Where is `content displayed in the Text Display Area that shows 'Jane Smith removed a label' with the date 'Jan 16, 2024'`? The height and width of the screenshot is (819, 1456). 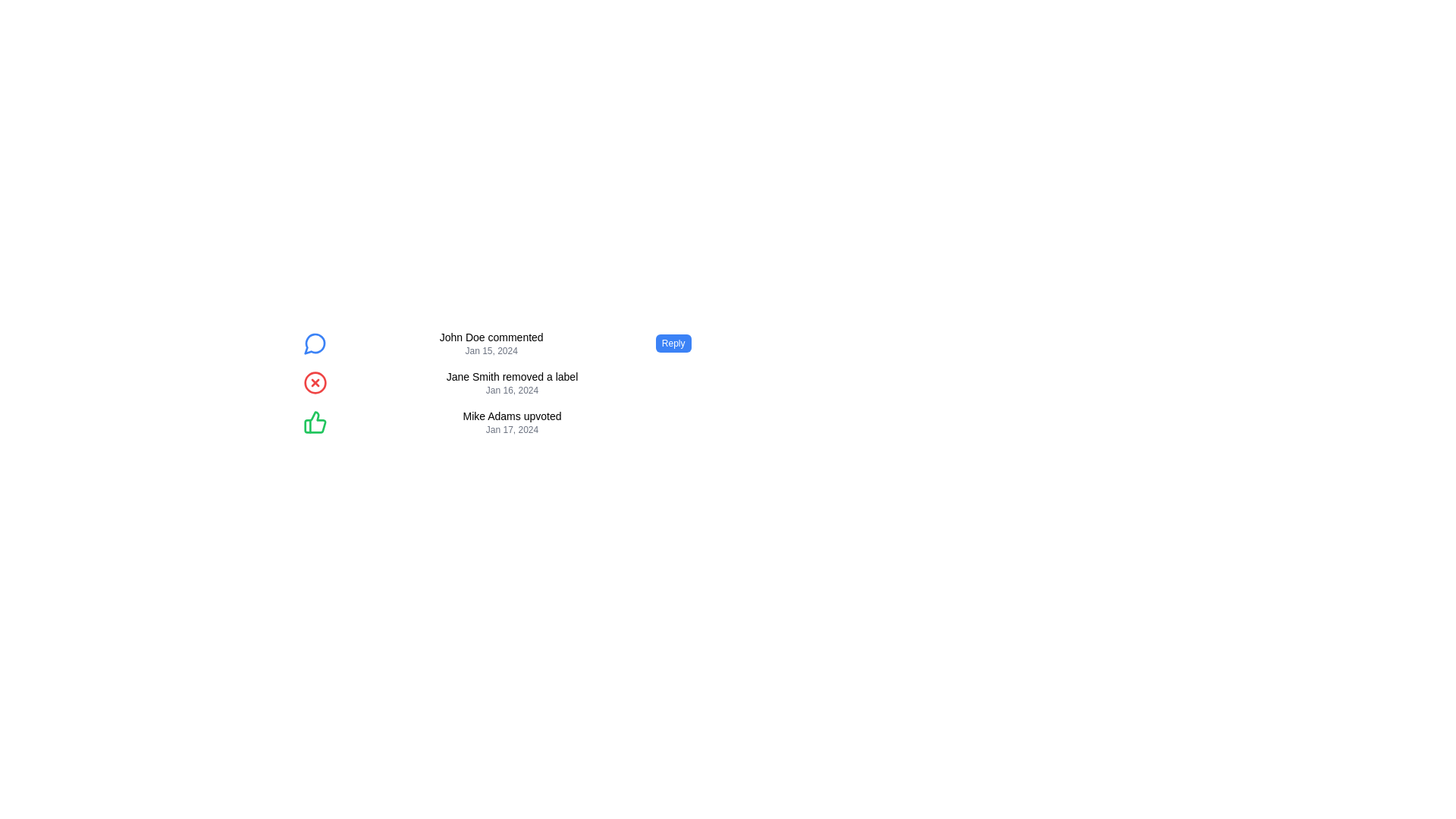
content displayed in the Text Display Area that shows 'Jane Smith removed a label' with the date 'Jan 16, 2024' is located at coordinates (497, 382).